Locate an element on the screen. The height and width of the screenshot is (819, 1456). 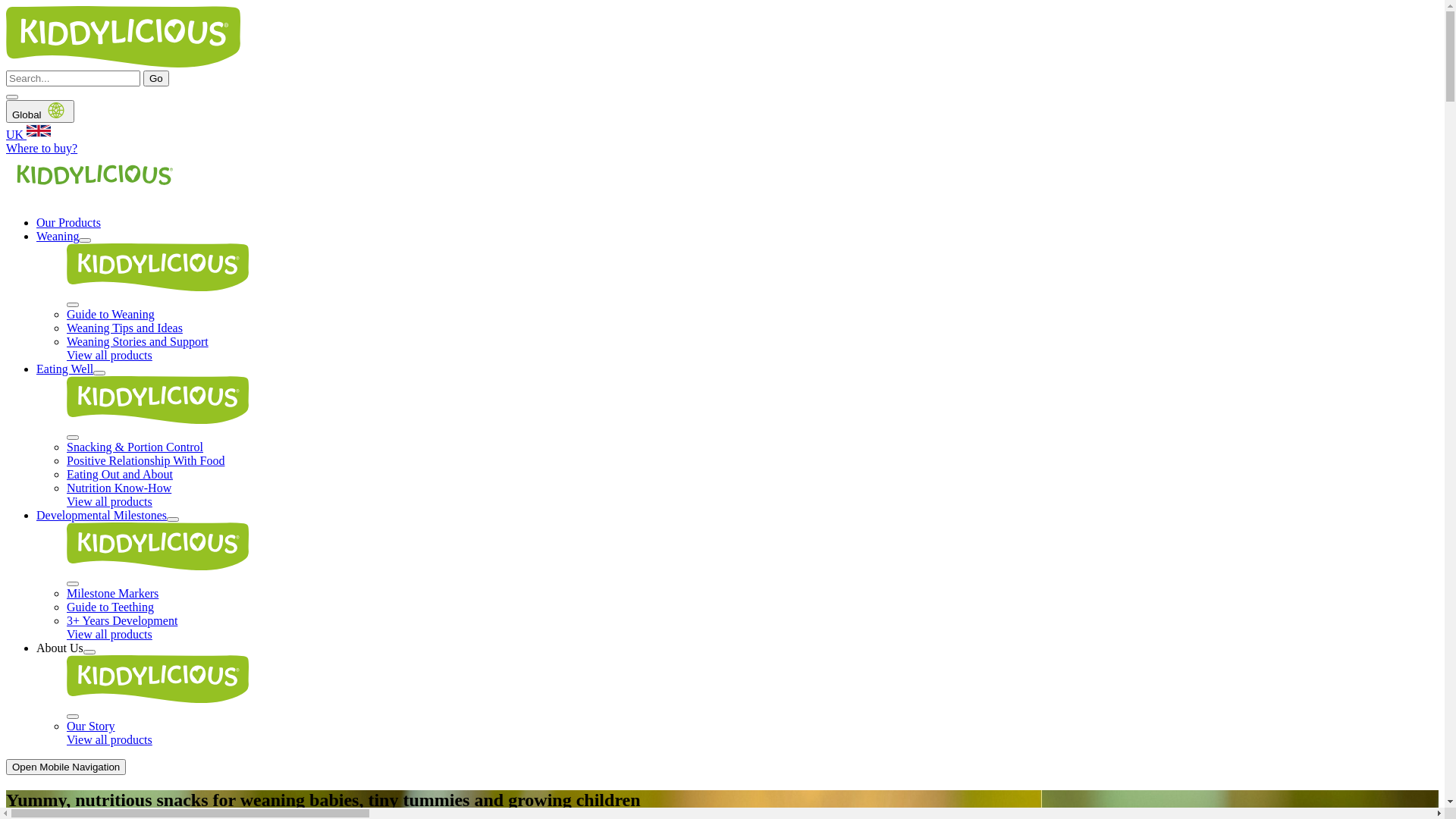
'View all products' is located at coordinates (65, 634).